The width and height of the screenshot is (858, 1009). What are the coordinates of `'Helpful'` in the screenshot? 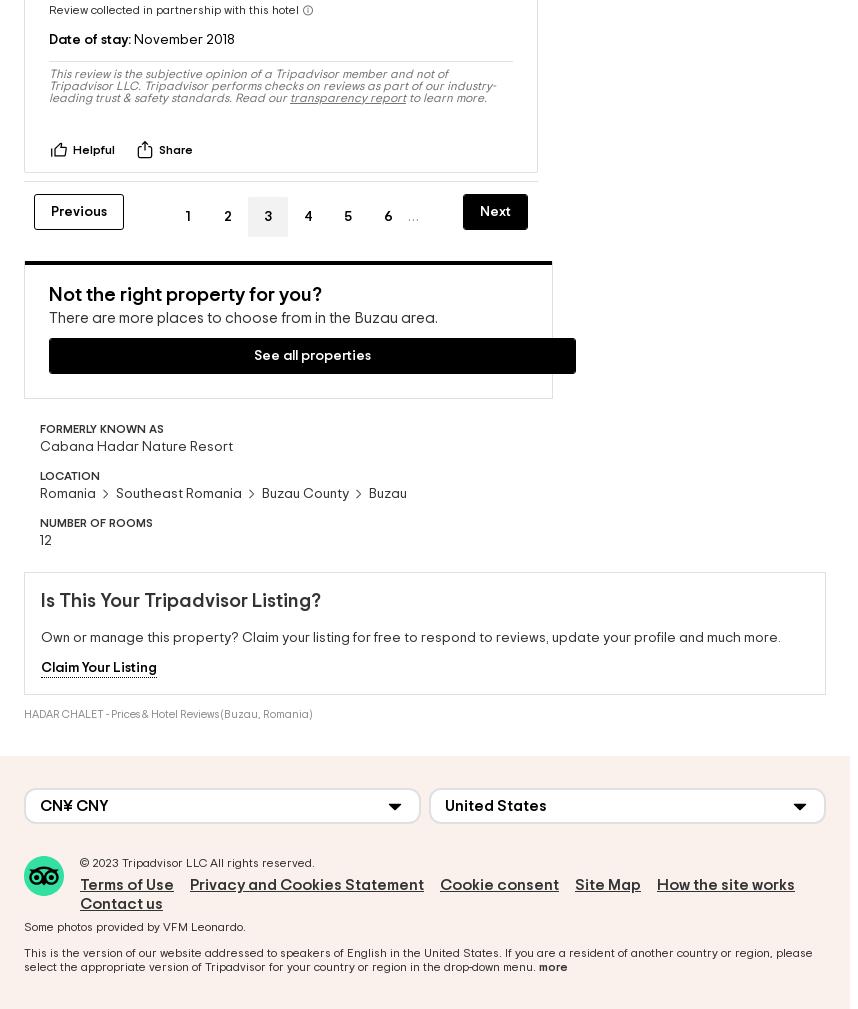 It's located at (94, 127).